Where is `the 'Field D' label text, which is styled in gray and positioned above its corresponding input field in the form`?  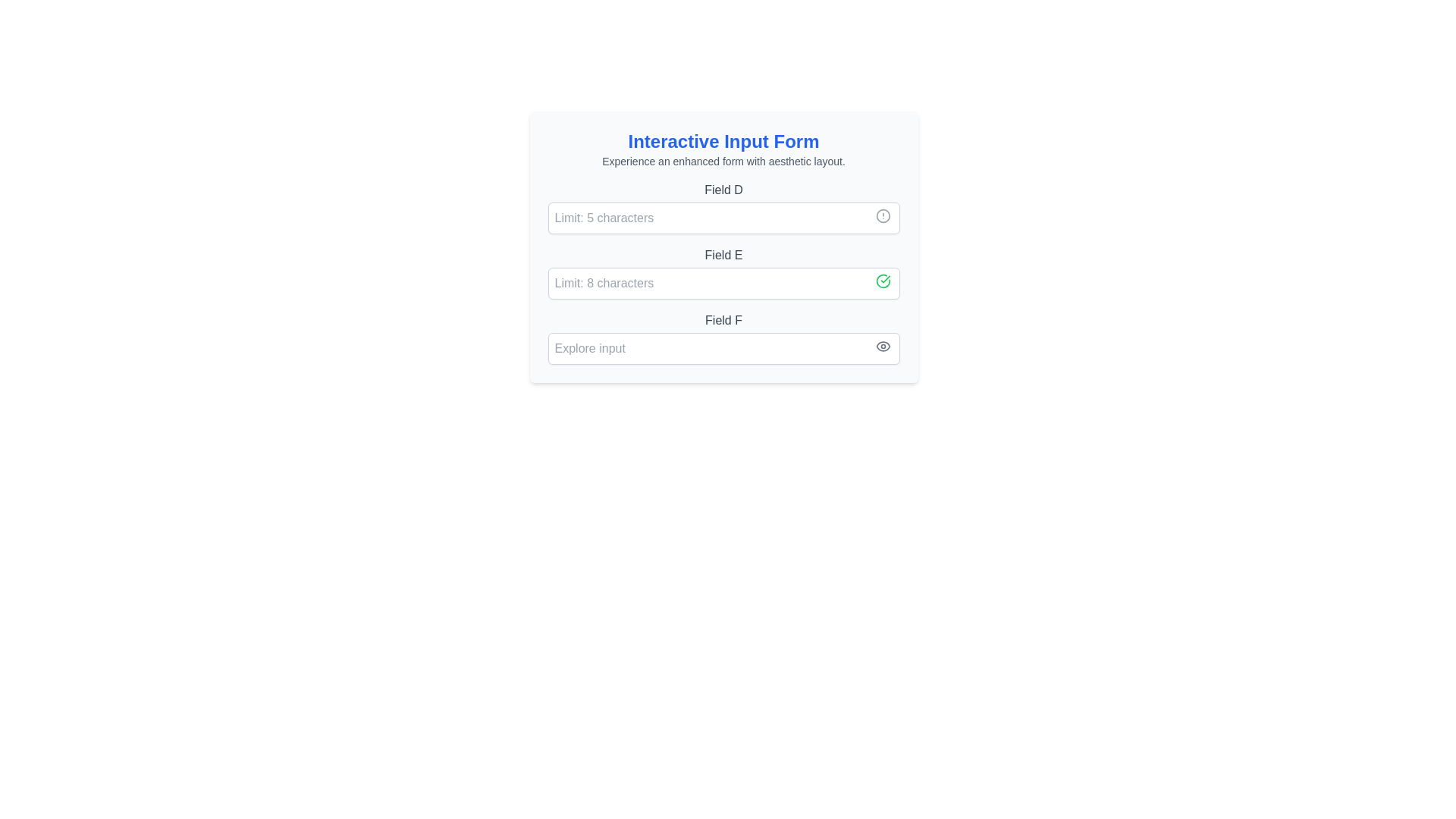
the 'Field D' label text, which is styled in gray and positioned above its corresponding input field in the form is located at coordinates (723, 189).